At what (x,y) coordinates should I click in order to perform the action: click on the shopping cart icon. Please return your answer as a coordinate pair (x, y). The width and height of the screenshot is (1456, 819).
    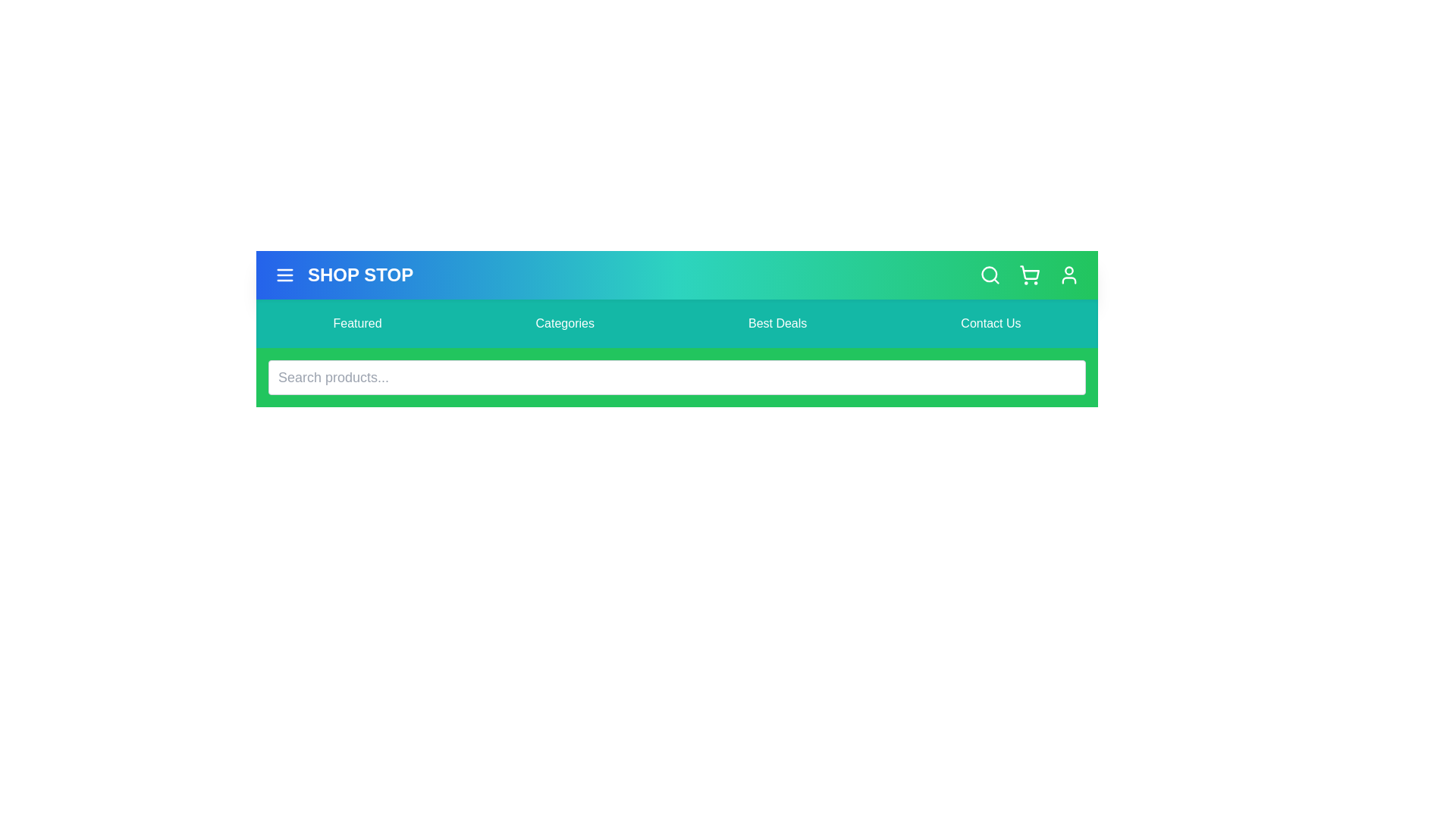
    Looking at the image, I should click on (1030, 275).